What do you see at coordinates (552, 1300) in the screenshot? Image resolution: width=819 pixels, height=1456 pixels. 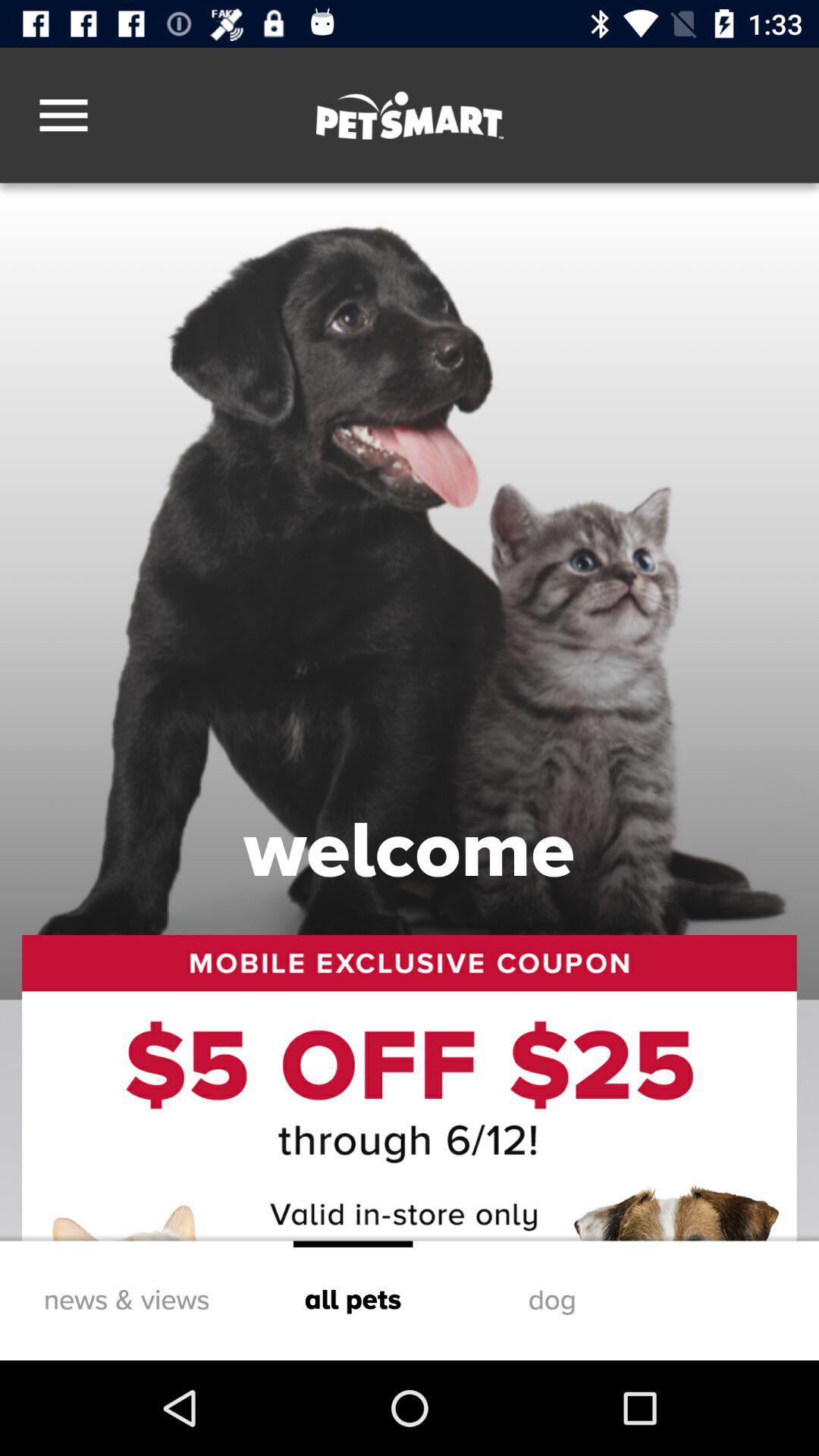 I see `the item at the bottom right corner` at bounding box center [552, 1300].